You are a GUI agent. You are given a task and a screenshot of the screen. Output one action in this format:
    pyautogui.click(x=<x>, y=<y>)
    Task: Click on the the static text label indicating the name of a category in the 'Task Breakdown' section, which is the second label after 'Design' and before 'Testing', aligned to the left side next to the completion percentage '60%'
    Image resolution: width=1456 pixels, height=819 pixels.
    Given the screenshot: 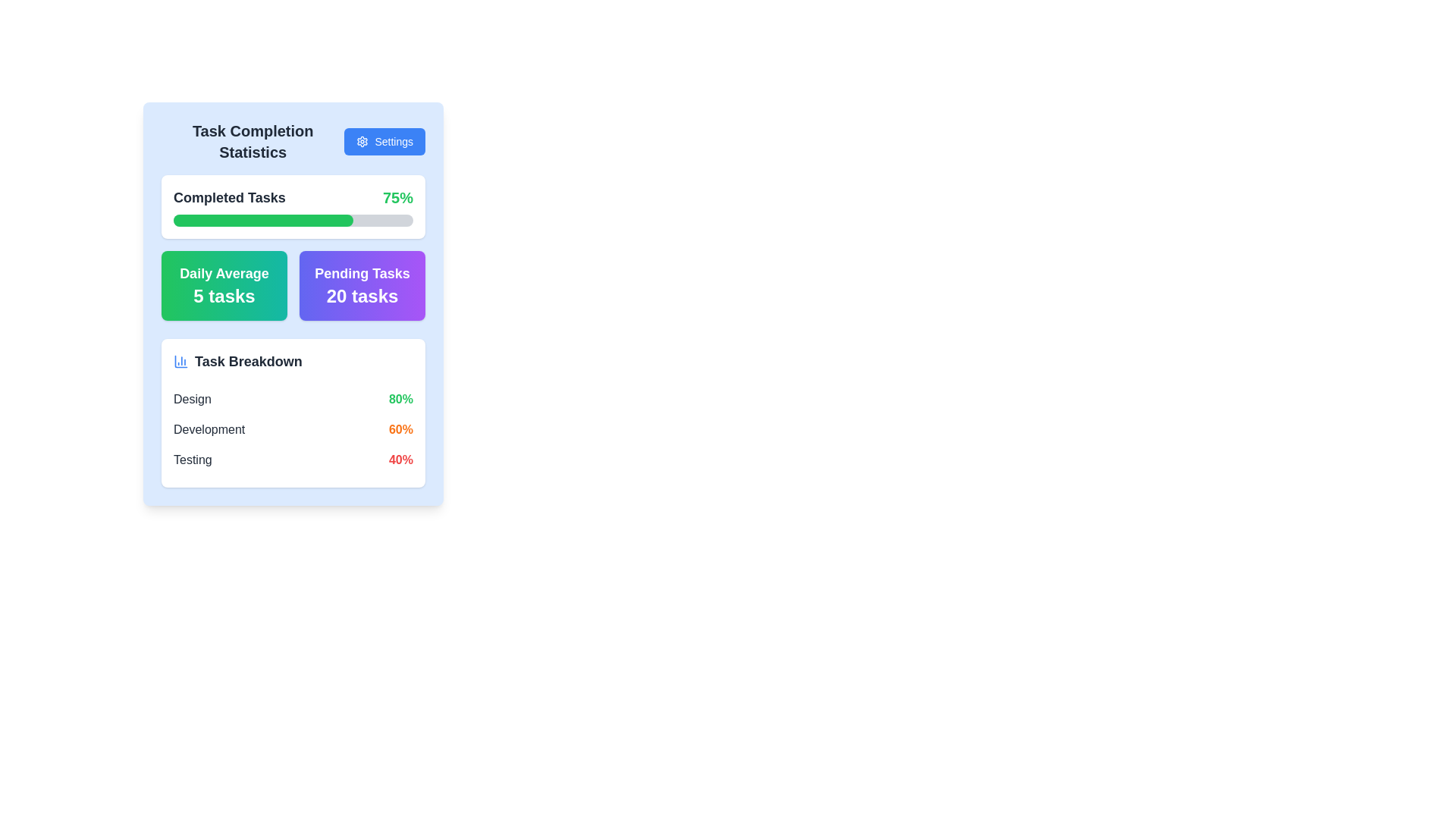 What is the action you would take?
    pyautogui.click(x=209, y=430)
    